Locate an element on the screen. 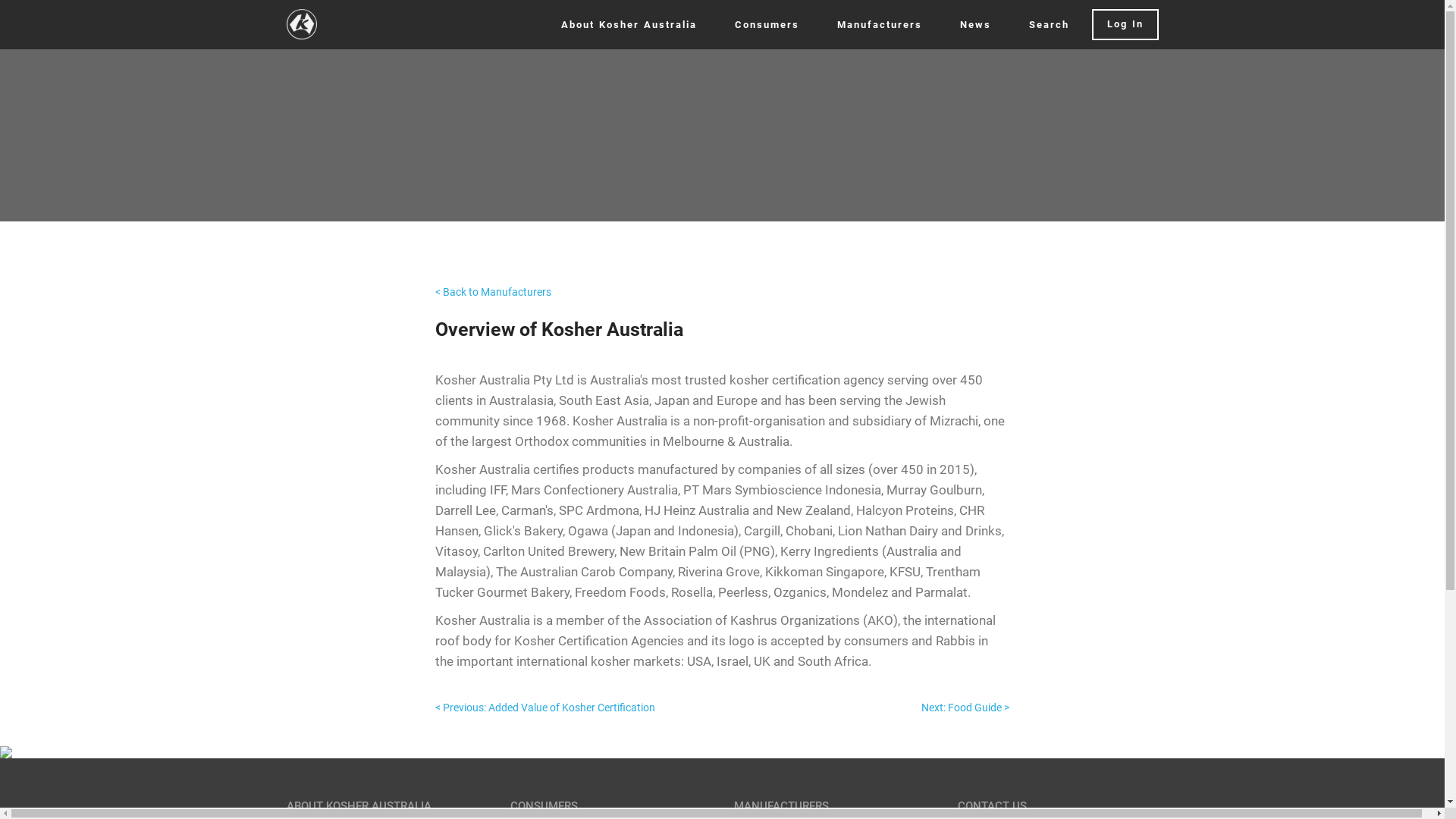 The height and width of the screenshot is (819, 1456). 'Log In' is located at coordinates (1125, 24).